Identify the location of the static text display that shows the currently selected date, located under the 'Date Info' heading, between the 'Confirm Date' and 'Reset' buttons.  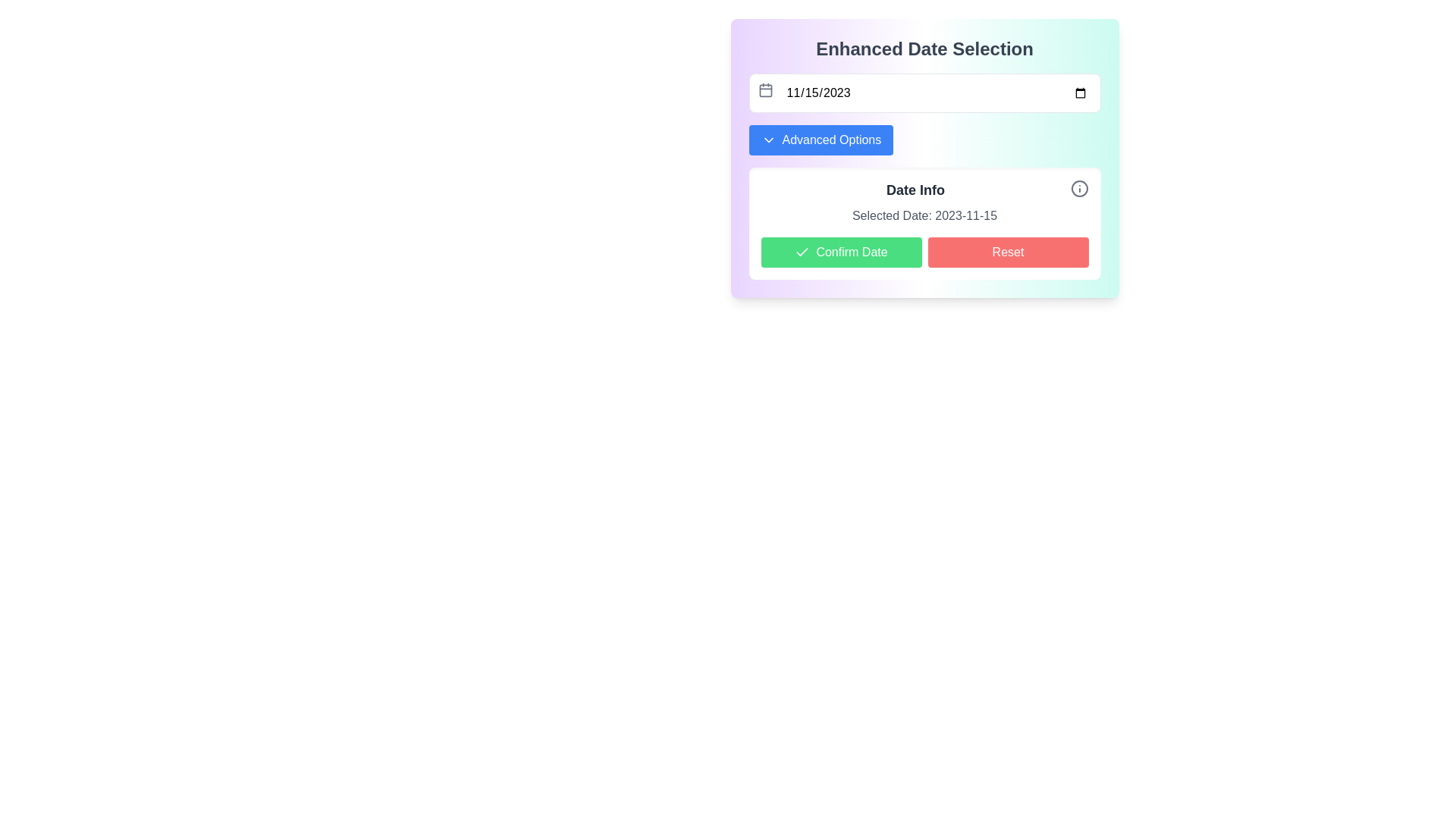
(924, 216).